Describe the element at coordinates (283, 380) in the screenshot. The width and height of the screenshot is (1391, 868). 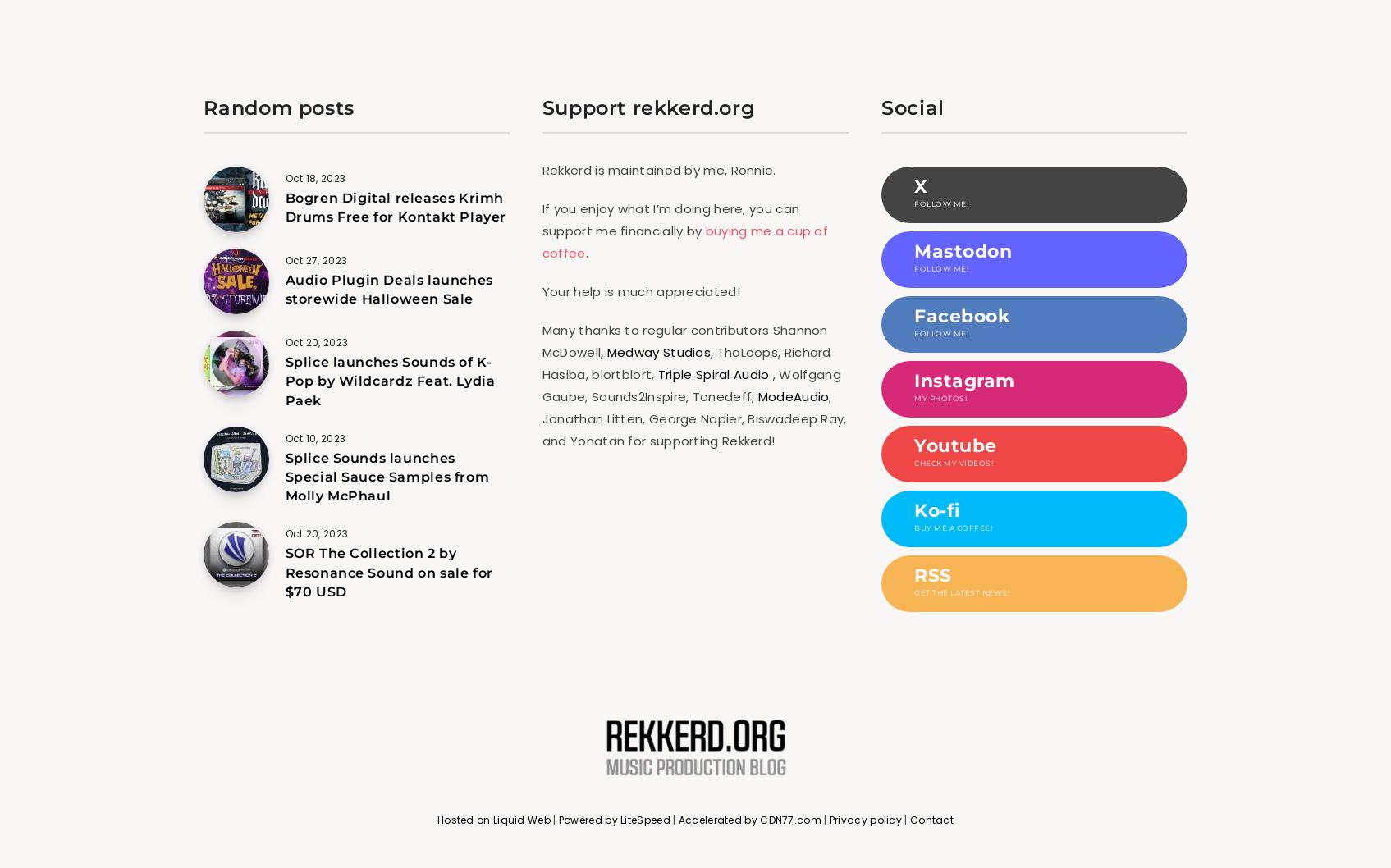
I see `'Splice launches Sounds of K-Pop by Wildcardz Feat. Lydia Paek'` at that location.